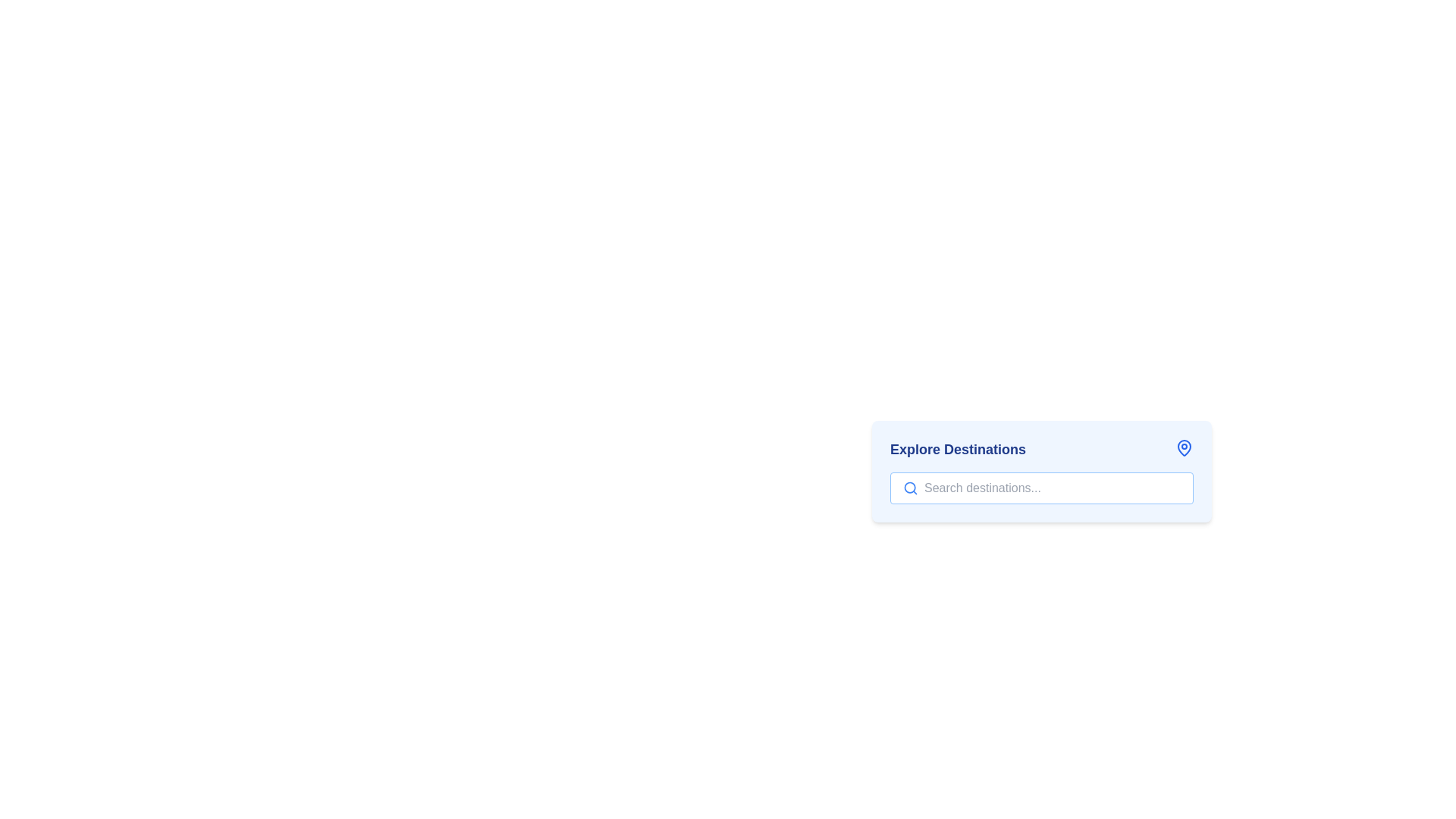 Image resolution: width=1456 pixels, height=819 pixels. I want to click on the circular blue graphical component of the magnifying glass icon within the 'Explore Destinations' section, so click(910, 488).